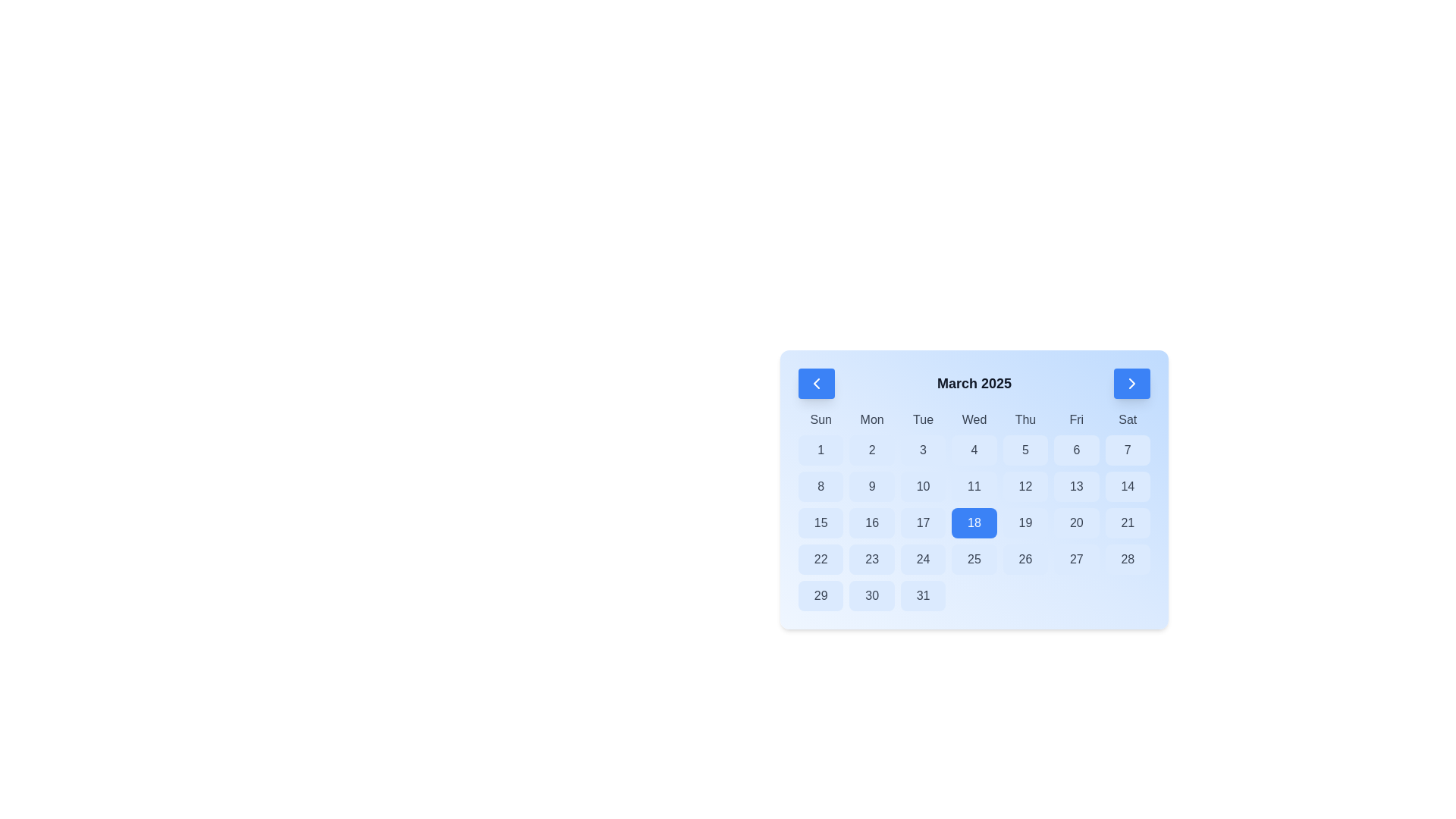 The height and width of the screenshot is (819, 1456). What do you see at coordinates (1128, 486) in the screenshot?
I see `the interactive calendar day button for the date '14' located under the 'Saturday' column` at bounding box center [1128, 486].